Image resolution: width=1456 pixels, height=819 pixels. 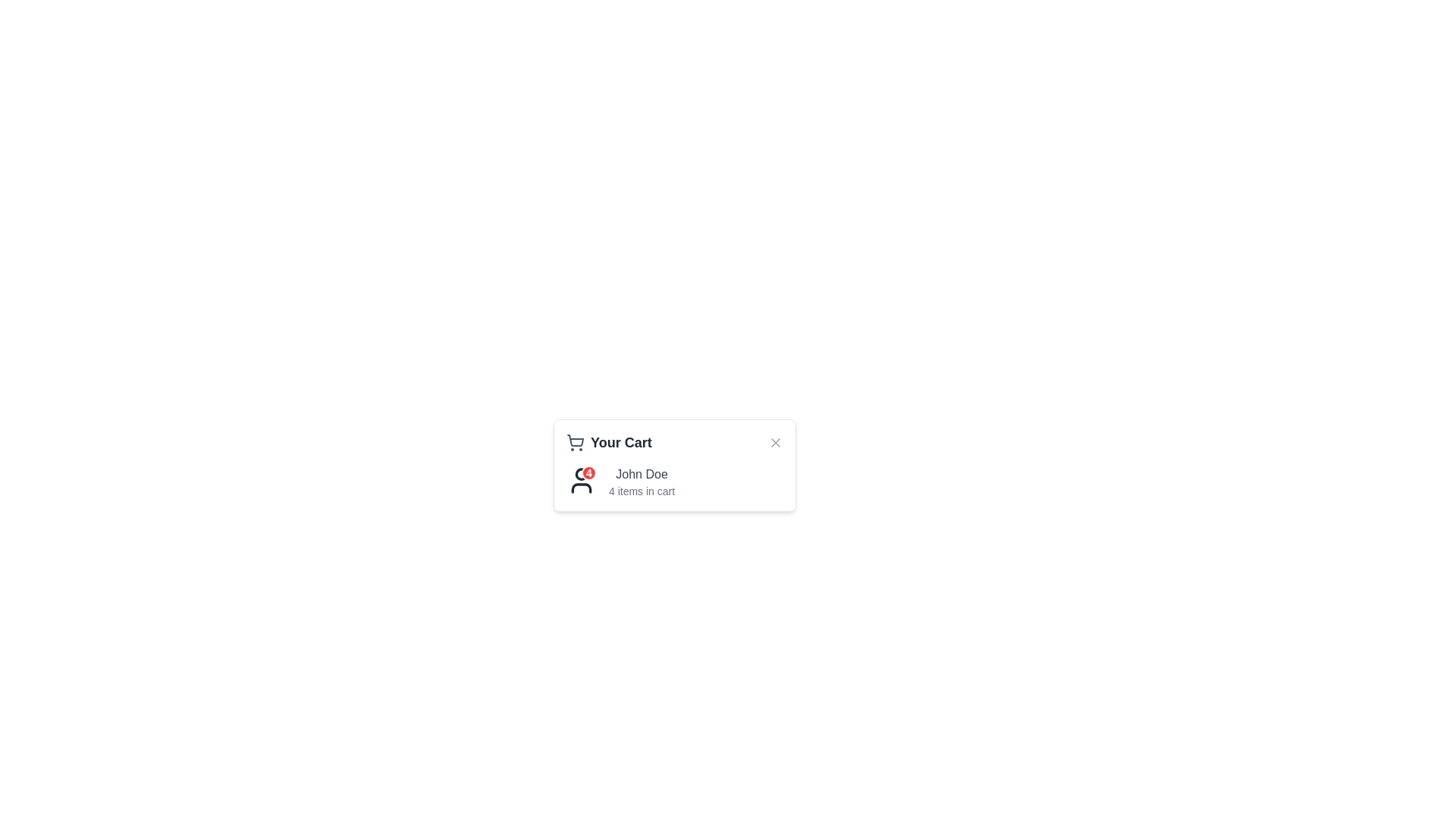 What do you see at coordinates (588, 472) in the screenshot?
I see `the notification badge located at the top-right corner of the user icon, which displays a count indicating notifications or tasks` at bounding box center [588, 472].